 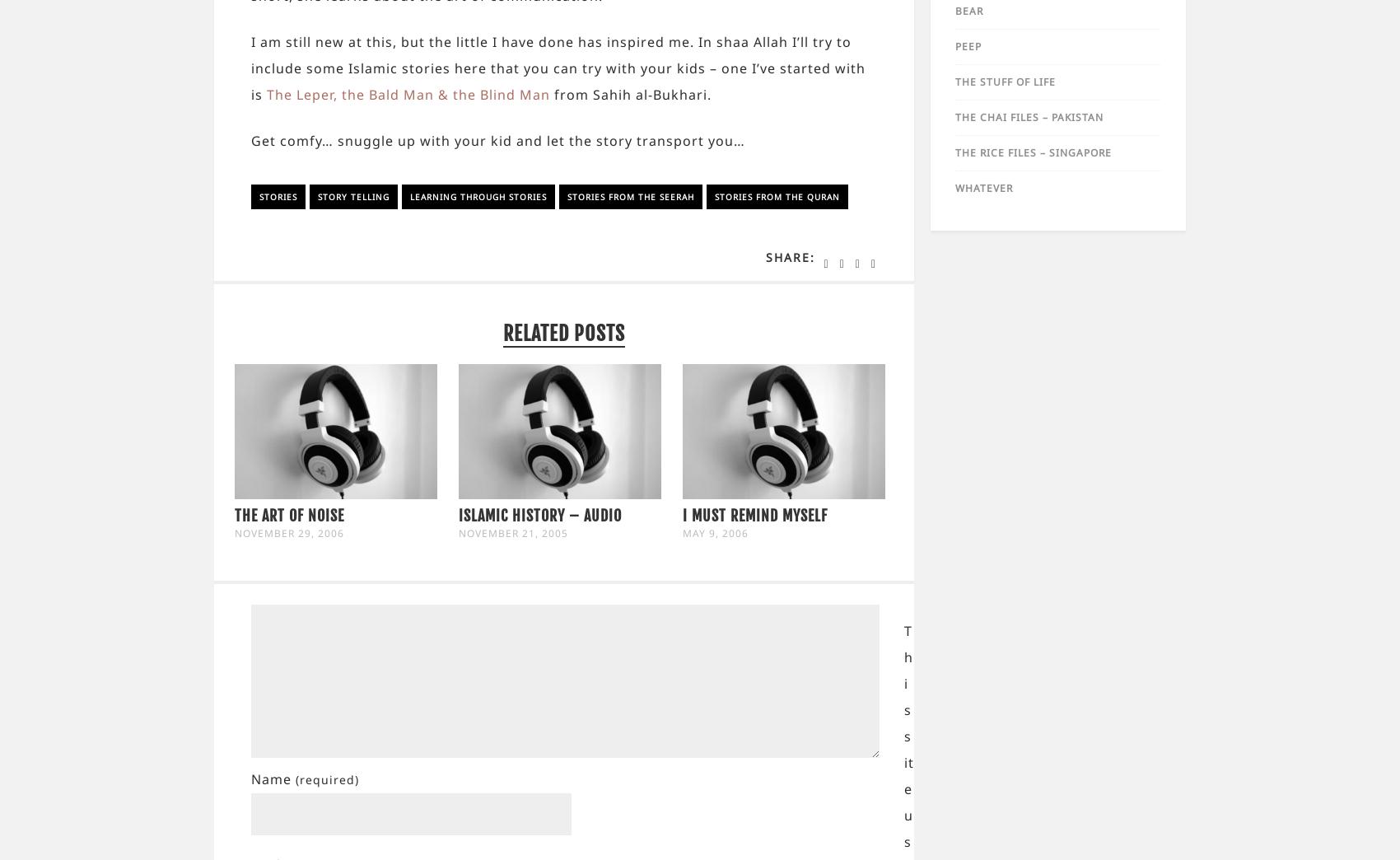 What do you see at coordinates (1029, 116) in the screenshot?
I see `'The Chai Files – Pakistan'` at bounding box center [1029, 116].